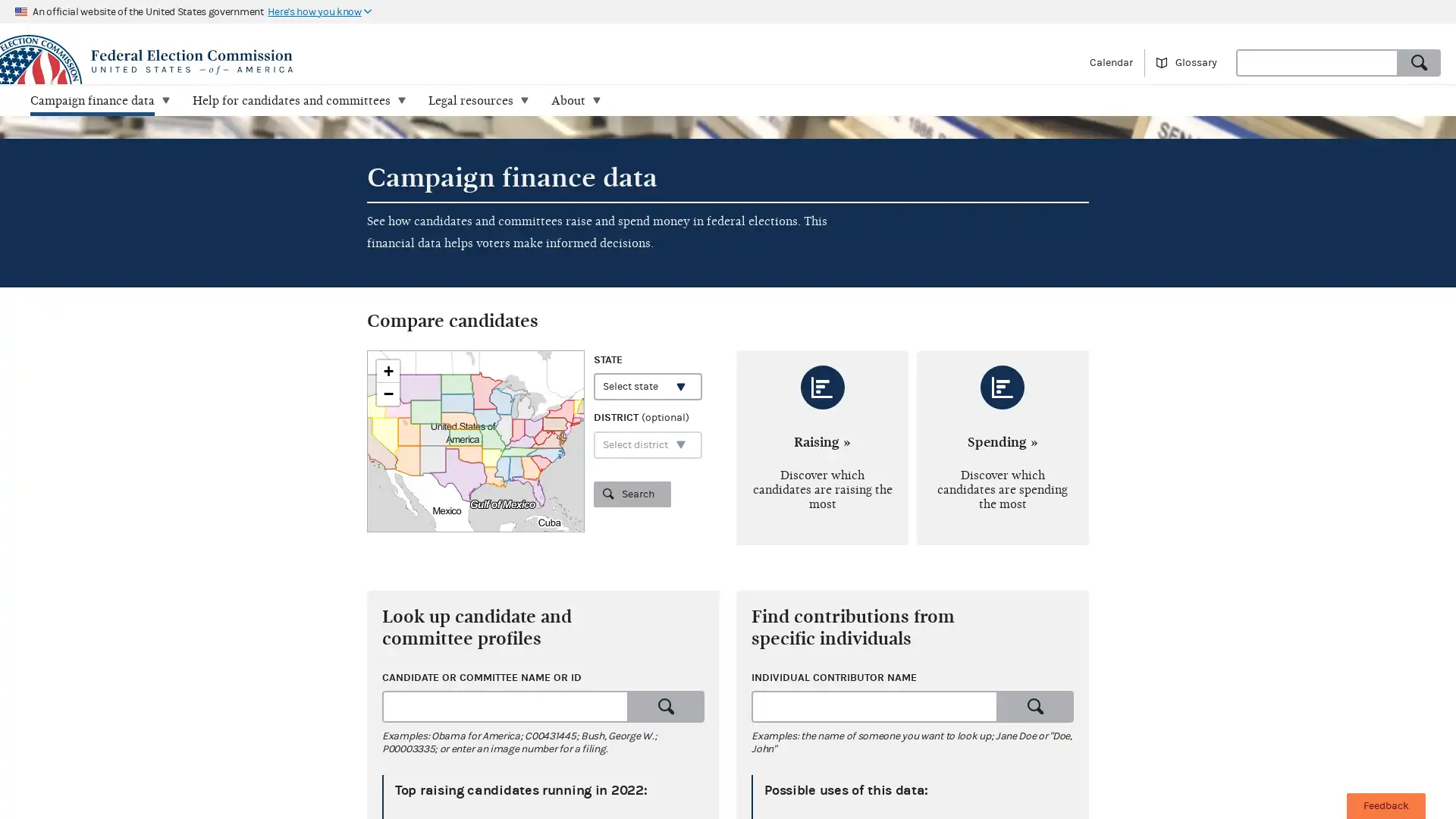  Describe the element at coordinates (388, 394) in the screenshot. I see `Zoom out` at that location.